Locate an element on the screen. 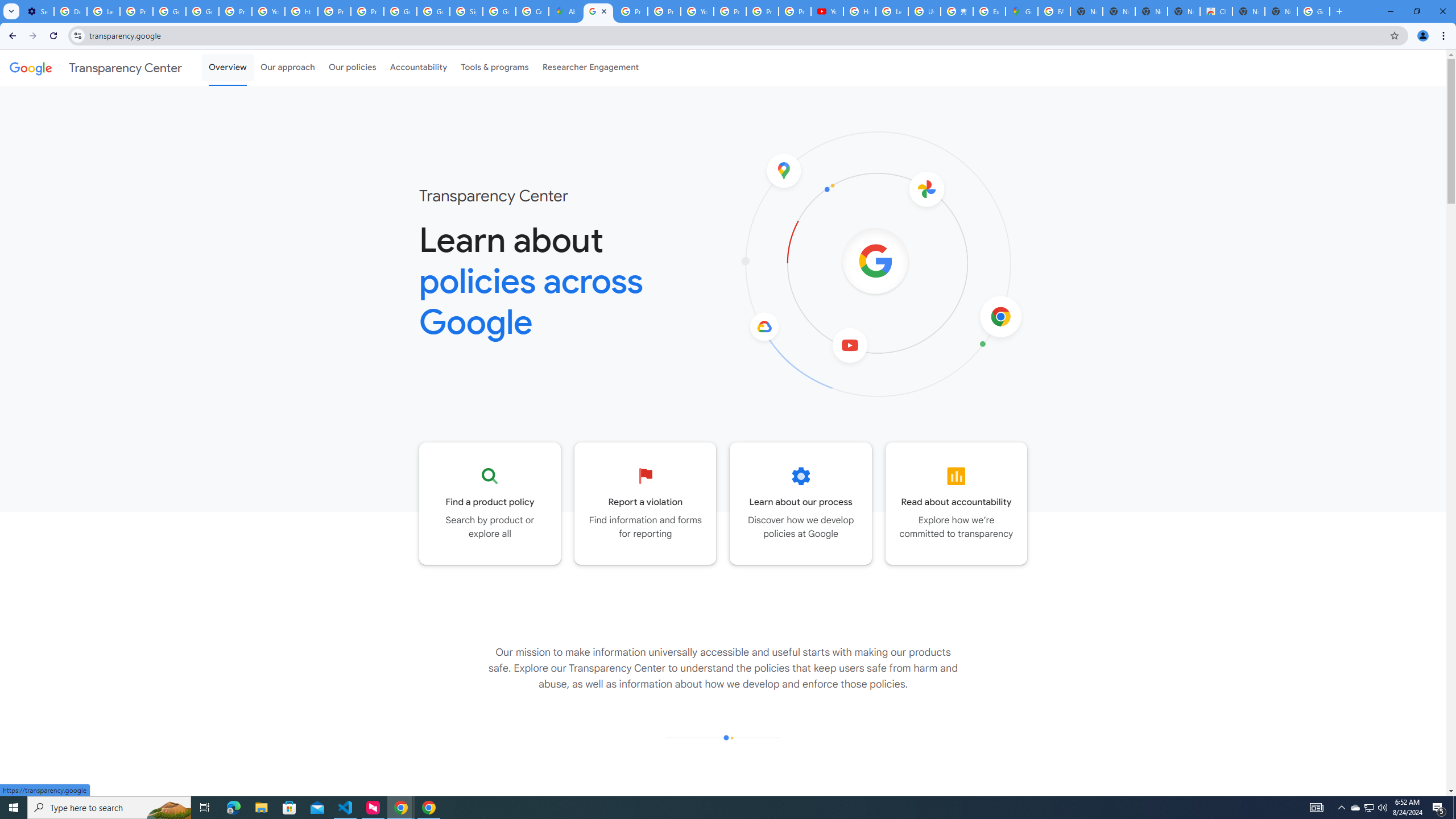  'Privacy Help Center - Policies Help' is located at coordinates (663, 11).